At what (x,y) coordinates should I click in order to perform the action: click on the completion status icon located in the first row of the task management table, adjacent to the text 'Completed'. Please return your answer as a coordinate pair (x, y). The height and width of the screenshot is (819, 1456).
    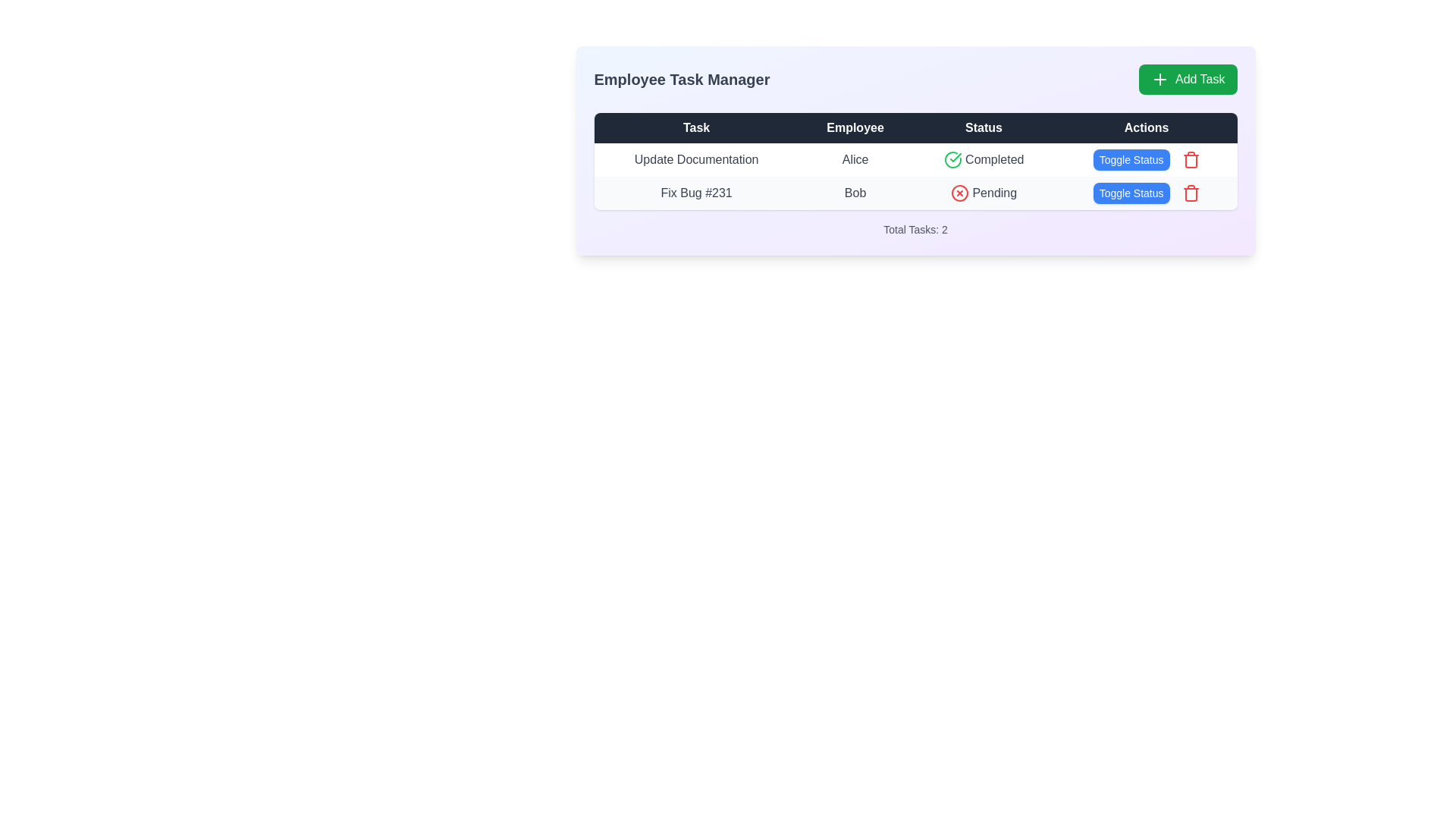
    Looking at the image, I should click on (955, 158).